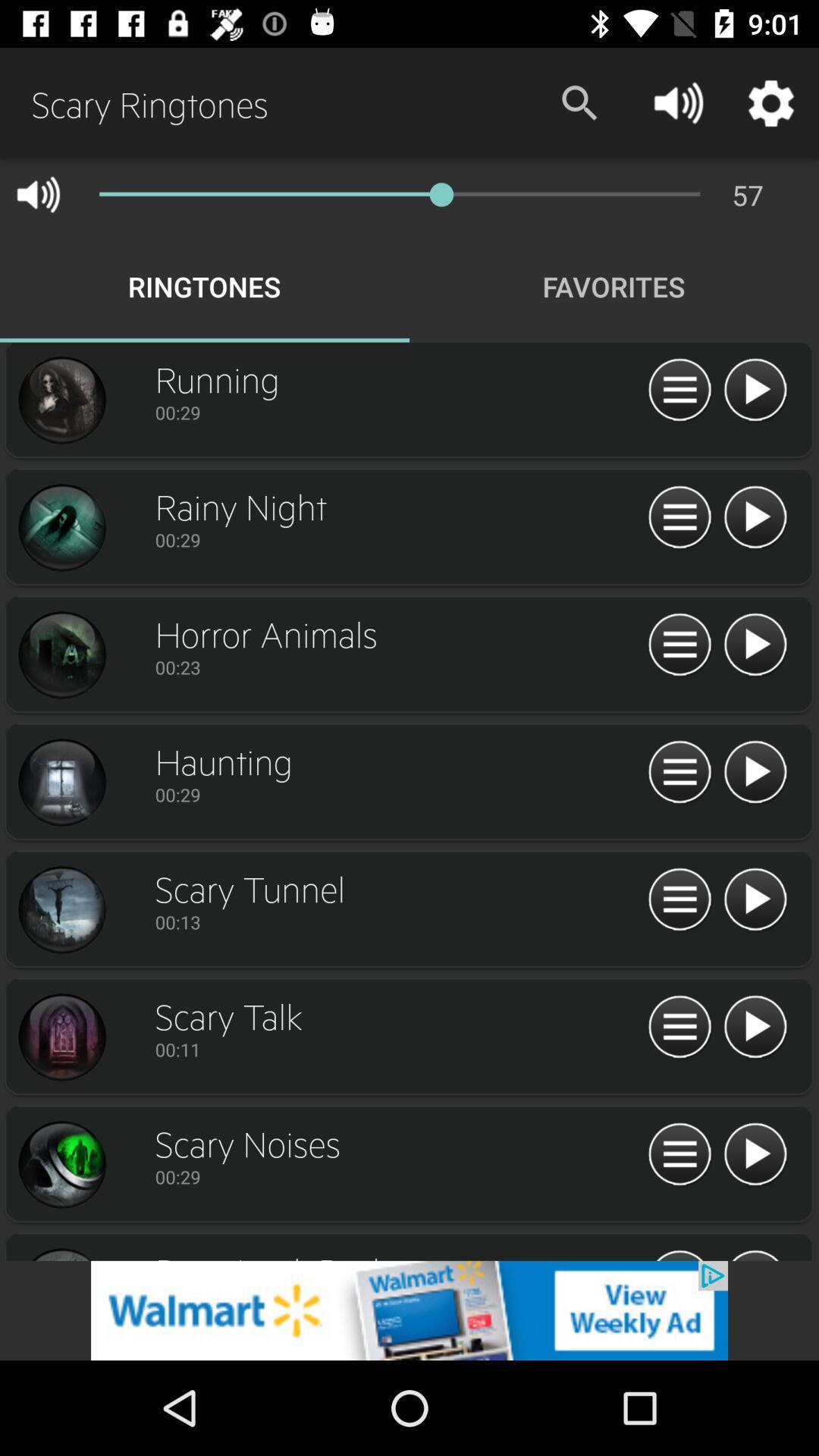 This screenshot has width=819, height=1456. What do you see at coordinates (755, 773) in the screenshot?
I see `switch play button` at bounding box center [755, 773].